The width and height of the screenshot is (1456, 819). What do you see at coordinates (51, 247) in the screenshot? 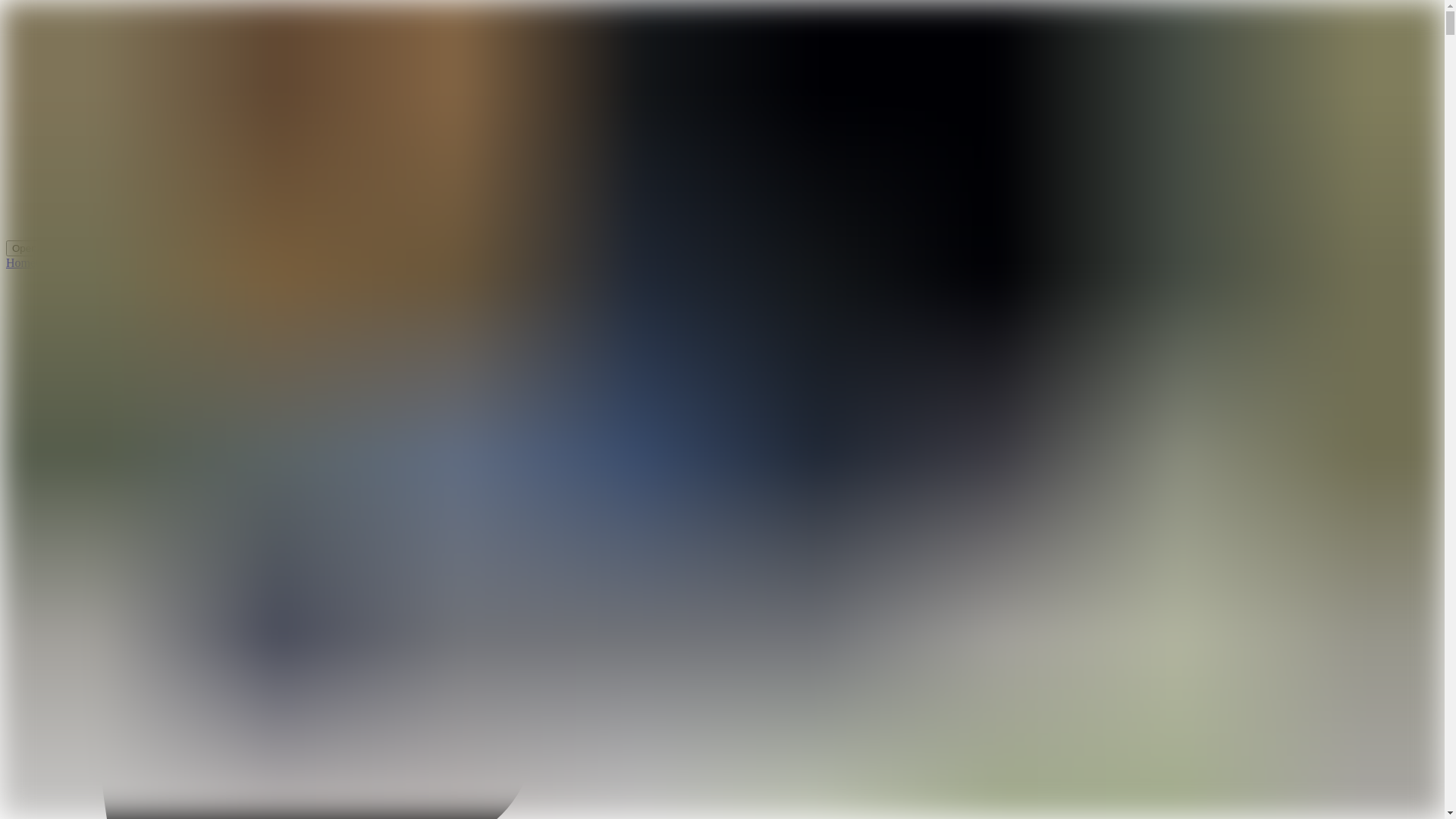
I see `'Open main menu'` at bounding box center [51, 247].